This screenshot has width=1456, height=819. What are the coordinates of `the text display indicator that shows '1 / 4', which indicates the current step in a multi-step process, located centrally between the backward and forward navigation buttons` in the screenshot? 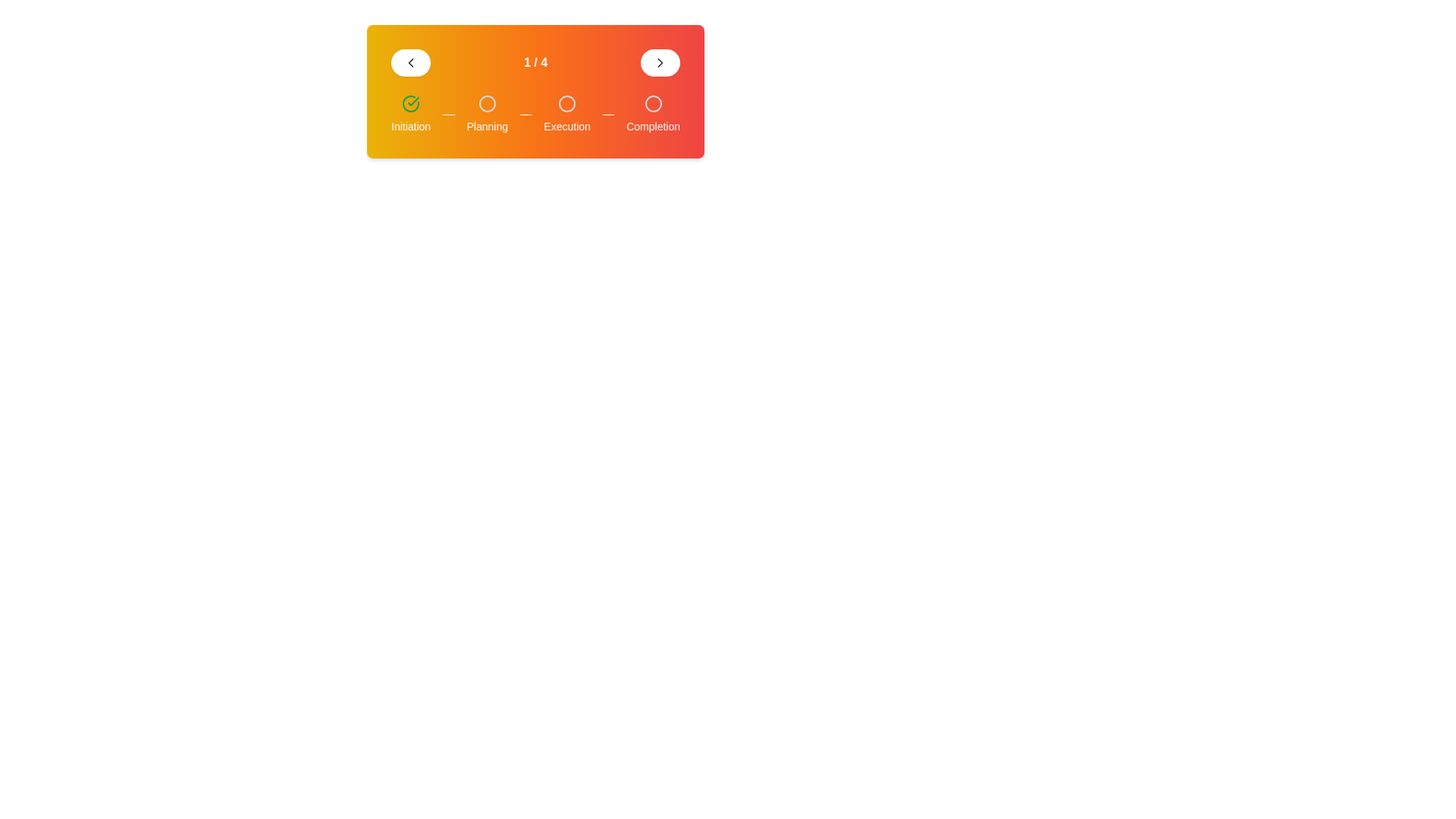 It's located at (535, 62).